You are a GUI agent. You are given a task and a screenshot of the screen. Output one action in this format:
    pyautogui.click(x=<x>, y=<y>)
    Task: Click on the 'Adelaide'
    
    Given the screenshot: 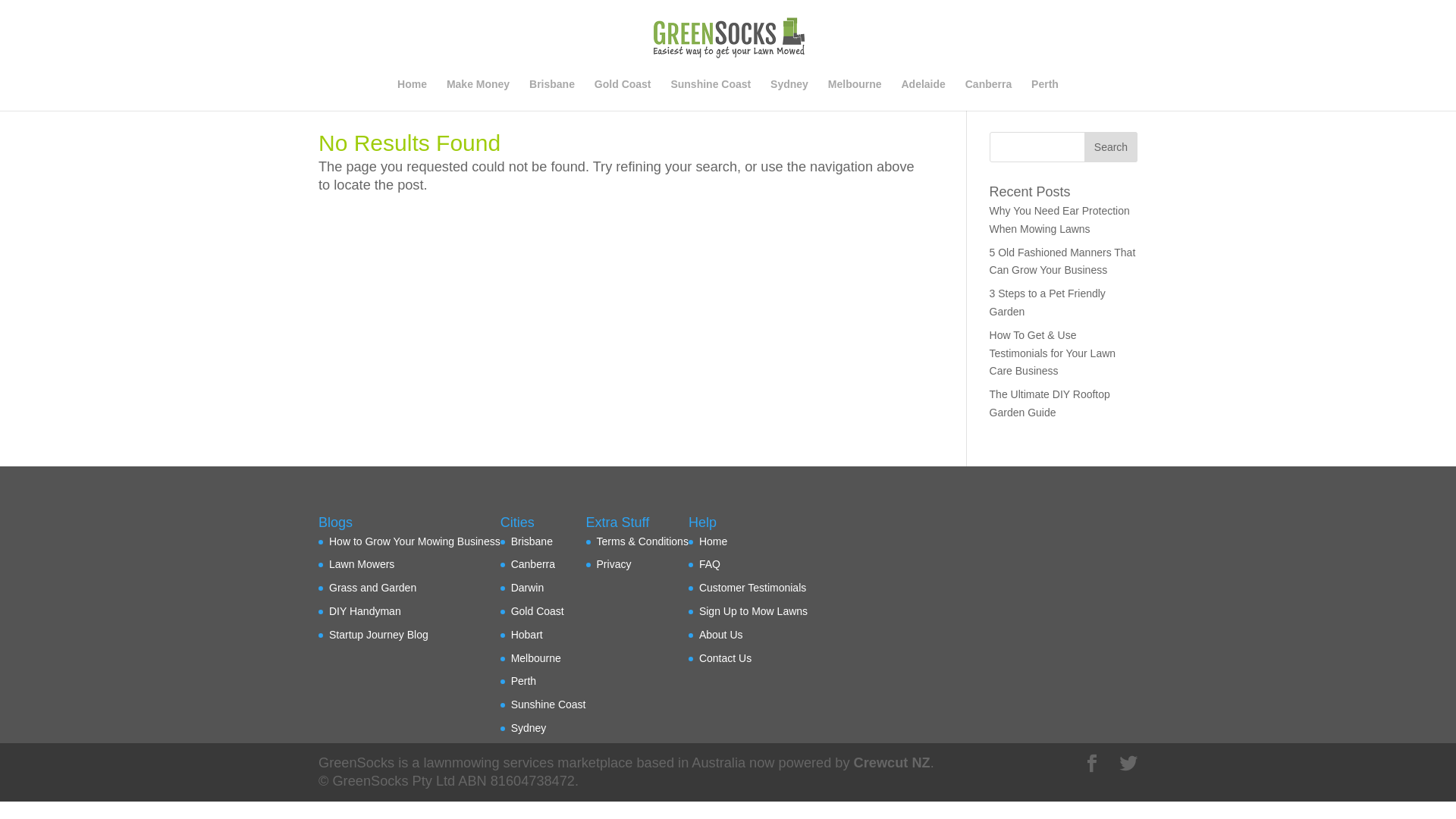 What is the action you would take?
    pyautogui.click(x=922, y=94)
    